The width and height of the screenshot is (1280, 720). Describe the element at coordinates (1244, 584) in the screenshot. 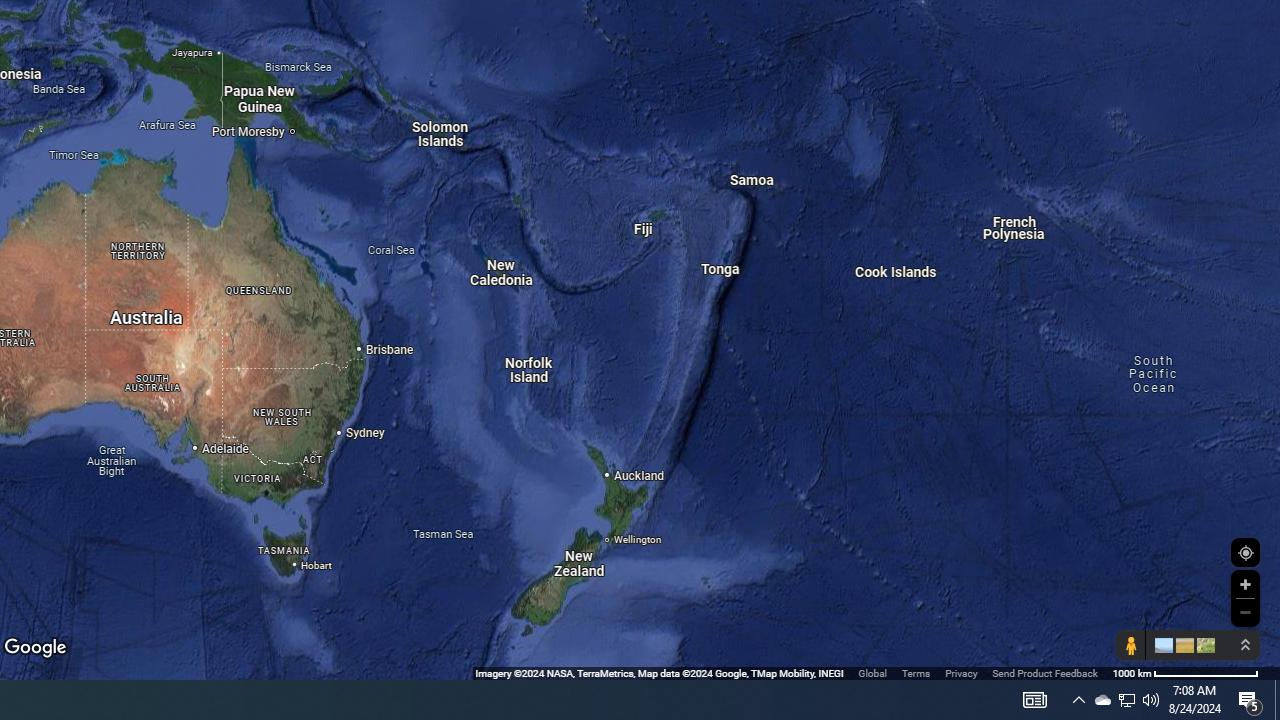

I see `'Zoom in'` at that location.